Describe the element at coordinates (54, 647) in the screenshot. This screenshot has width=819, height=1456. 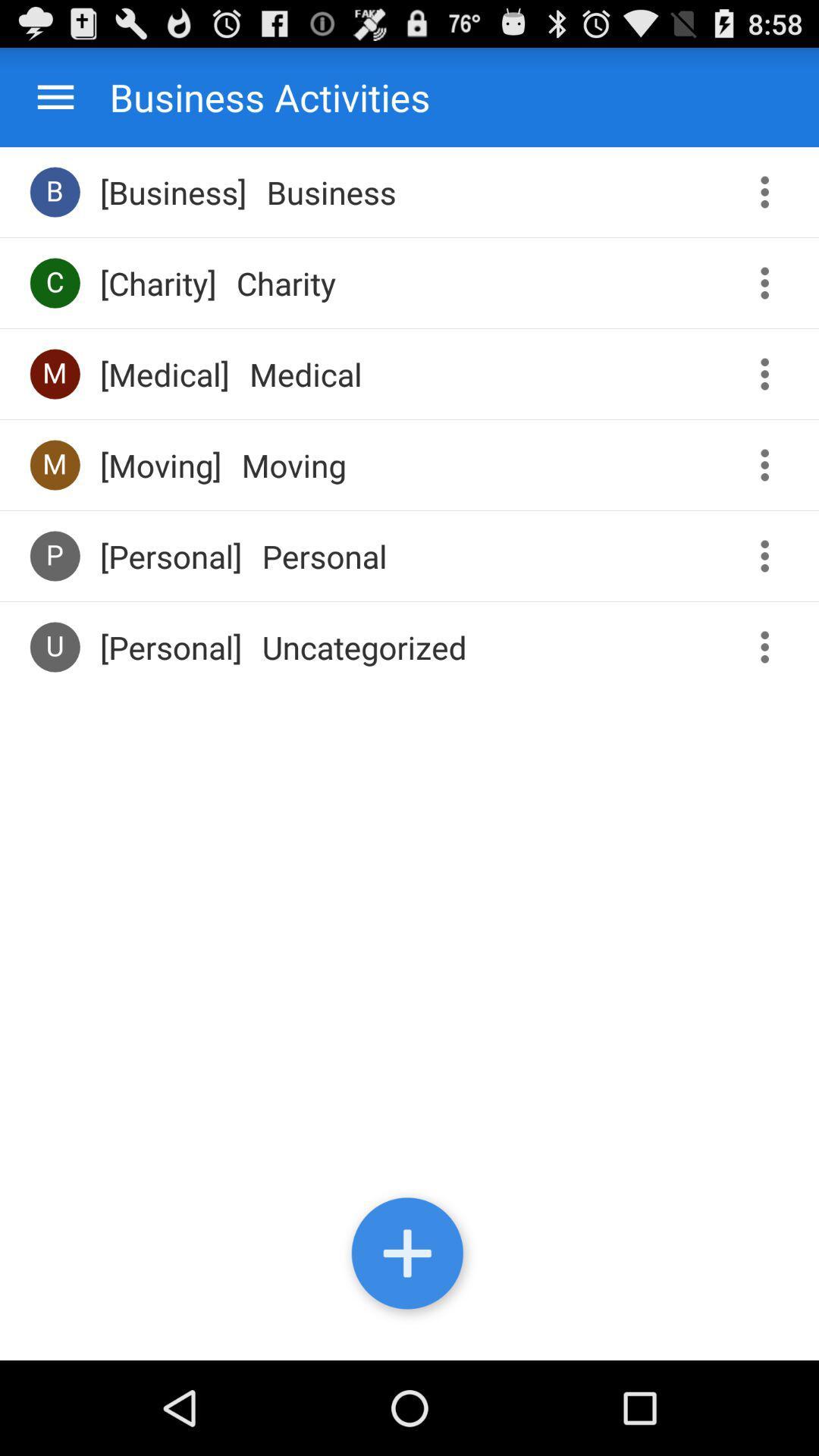
I see `icon below p app` at that location.